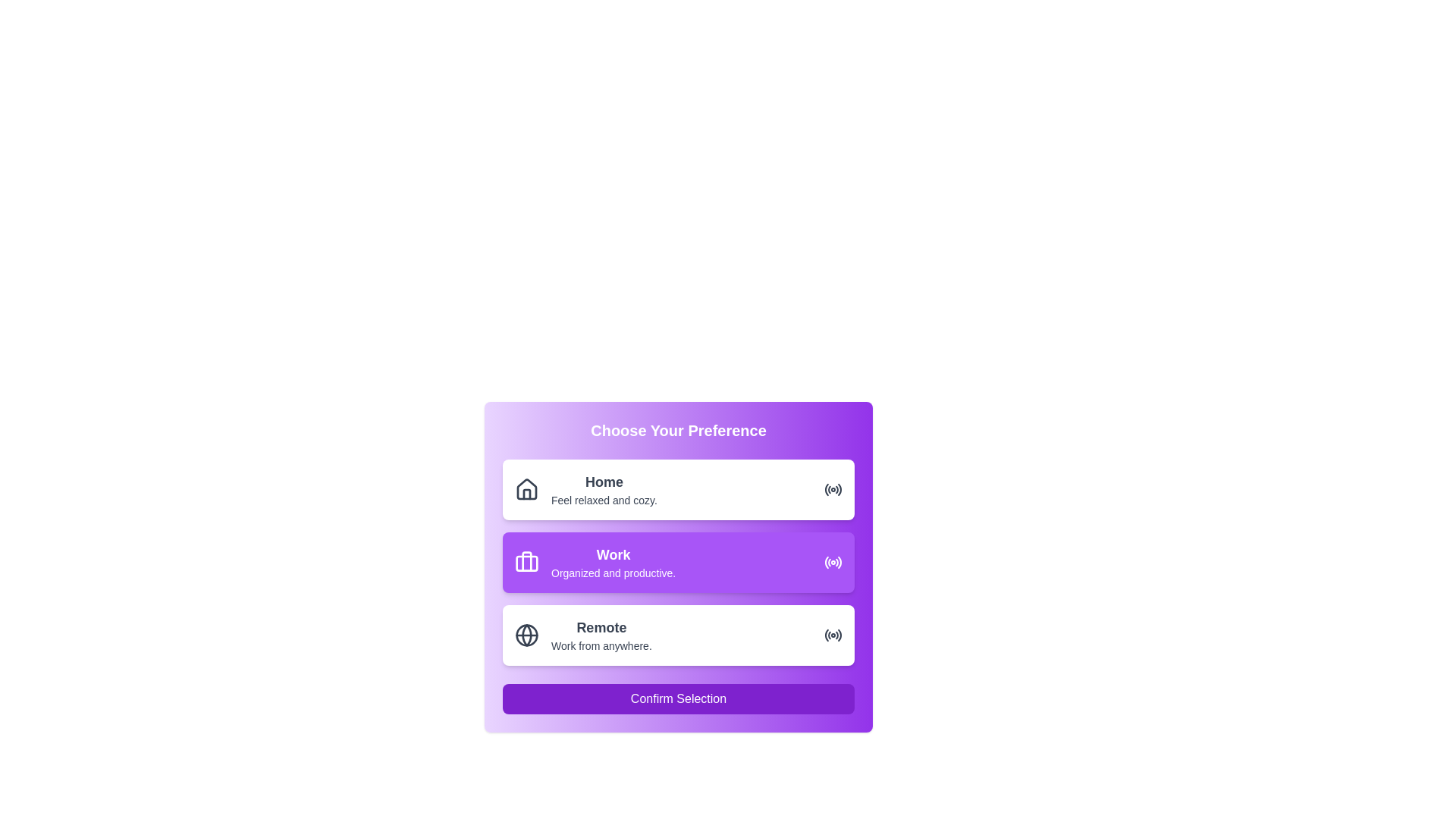  Describe the element at coordinates (833, 562) in the screenshot. I see `the small circular indicator styled with concentric circles and a central dot, located at the extreme right end of the second row within the card labeled 'Work - Organized and productive.'` at that location.